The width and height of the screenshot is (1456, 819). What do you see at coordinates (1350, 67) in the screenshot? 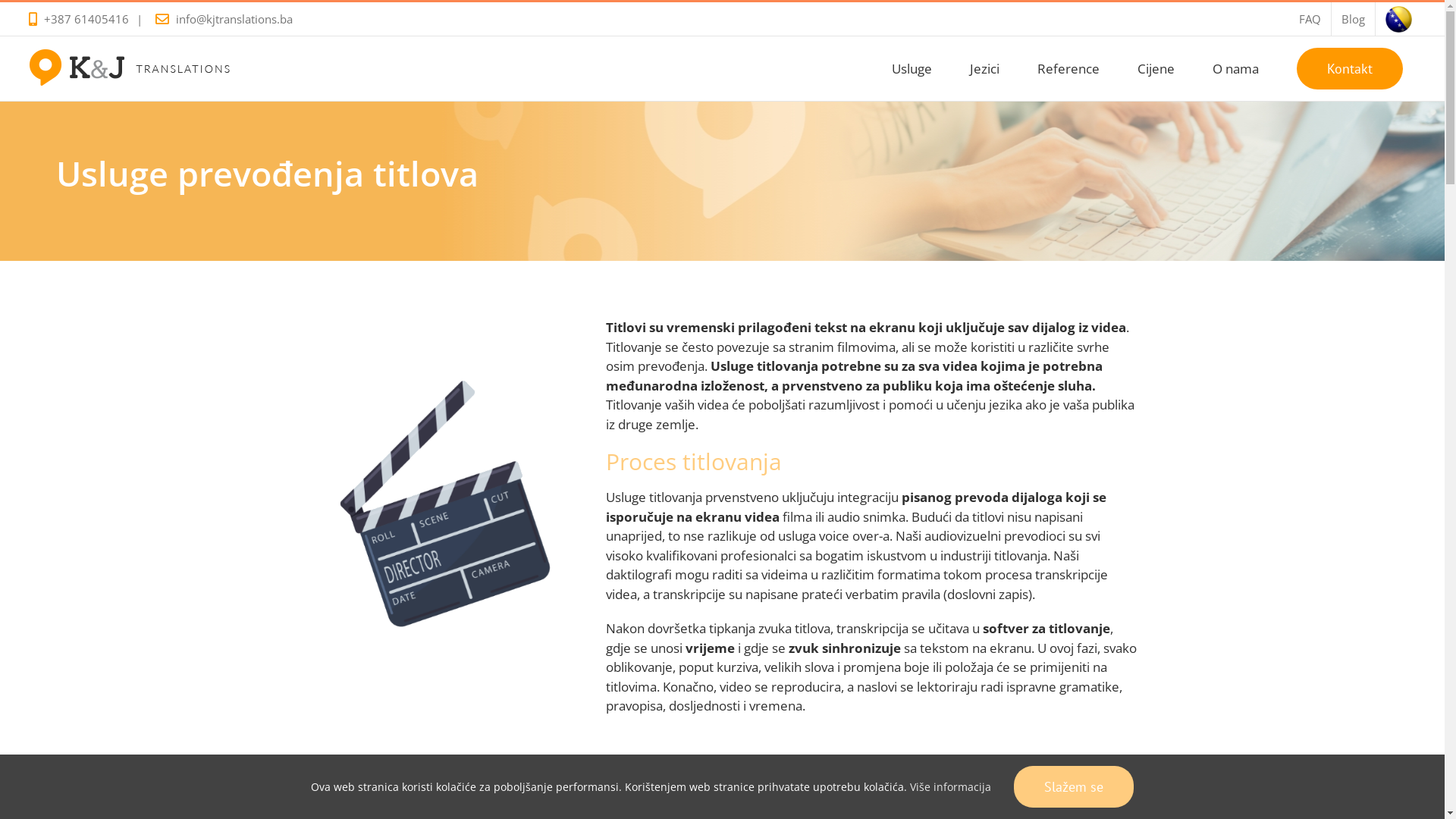
I see `'Kontakt'` at bounding box center [1350, 67].